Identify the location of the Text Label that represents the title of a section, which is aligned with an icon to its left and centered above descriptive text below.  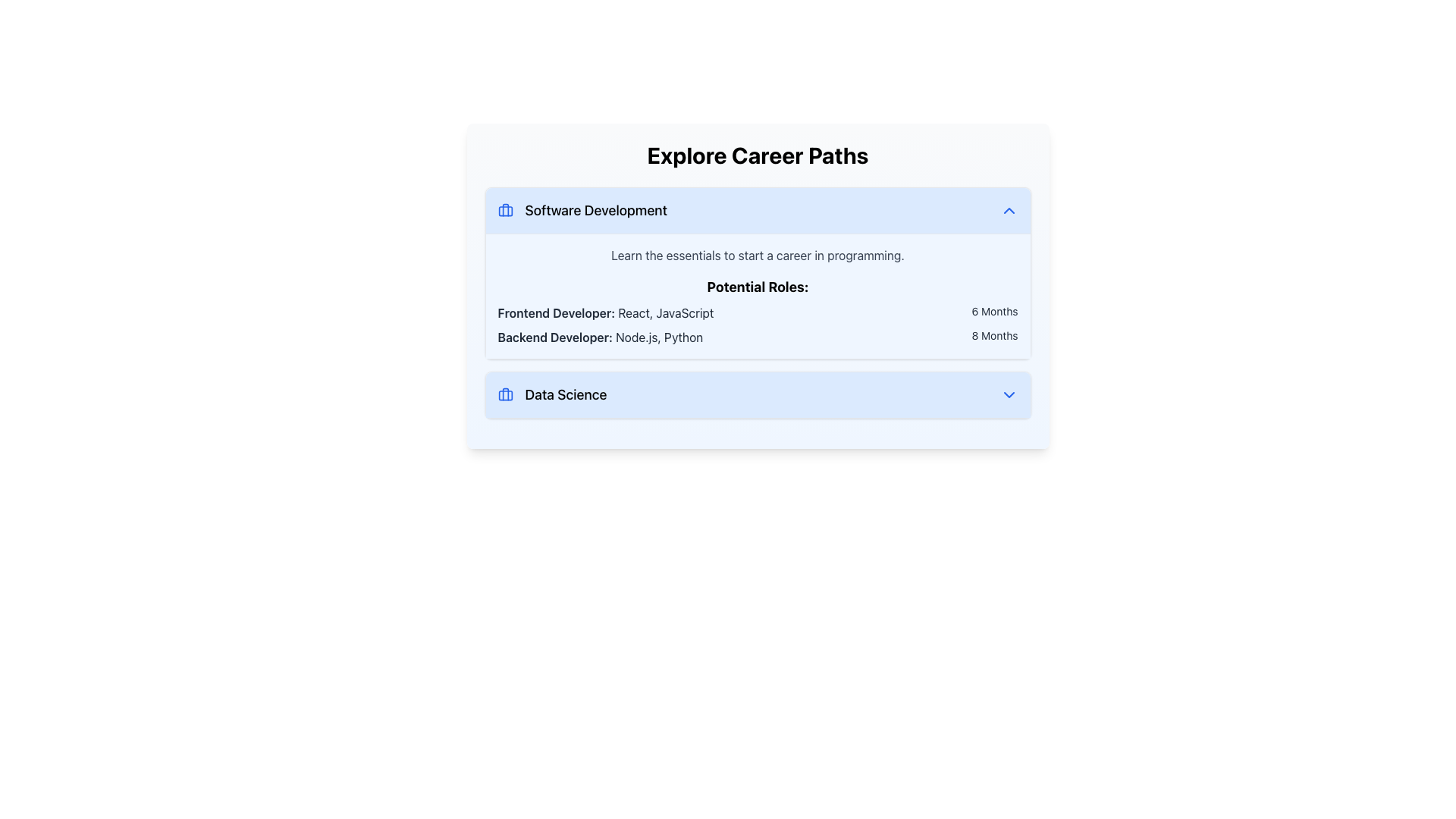
(595, 210).